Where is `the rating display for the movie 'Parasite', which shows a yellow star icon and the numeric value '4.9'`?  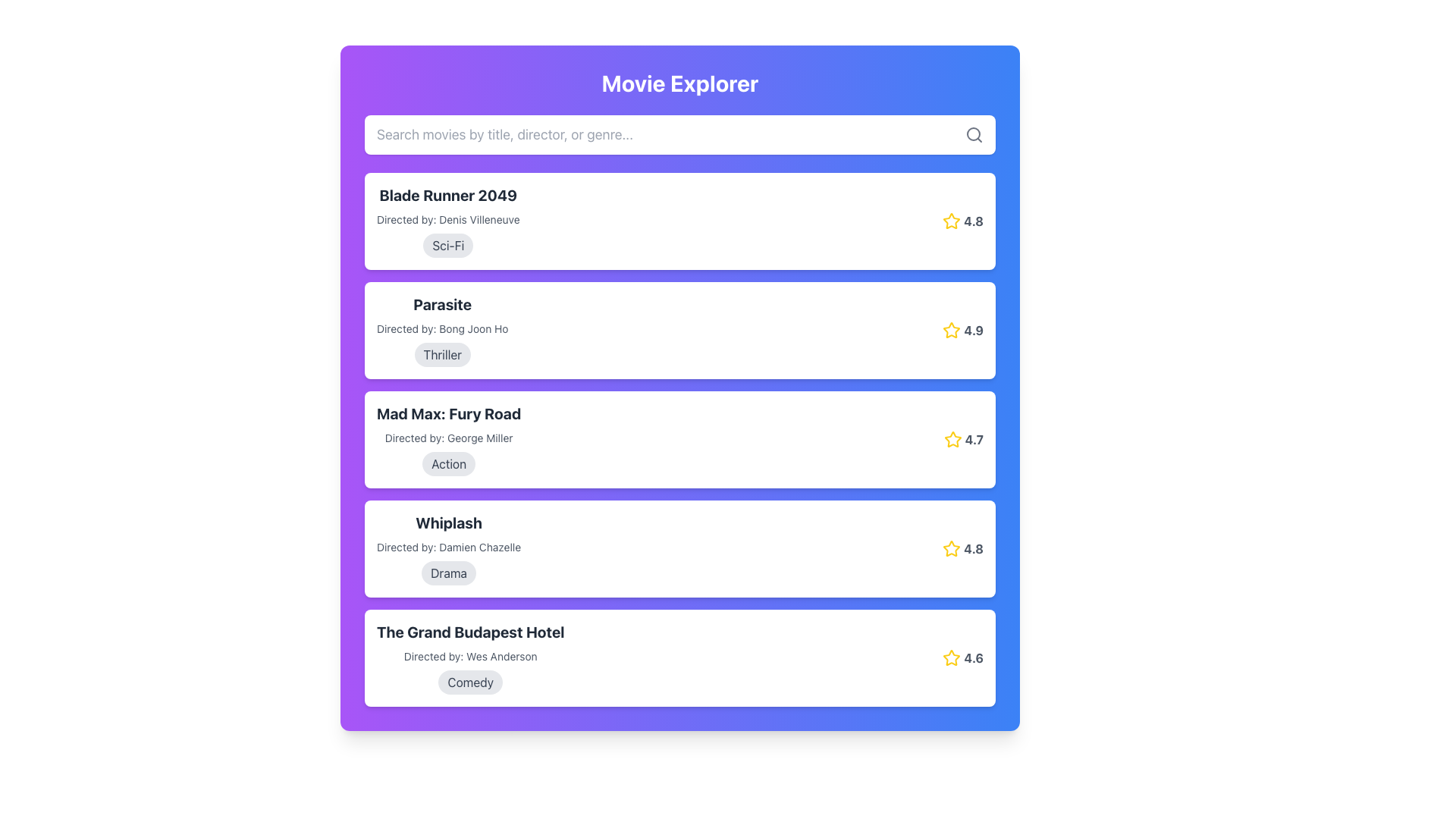
the rating display for the movie 'Parasite', which shows a yellow star icon and the numeric value '4.9' is located at coordinates (962, 329).